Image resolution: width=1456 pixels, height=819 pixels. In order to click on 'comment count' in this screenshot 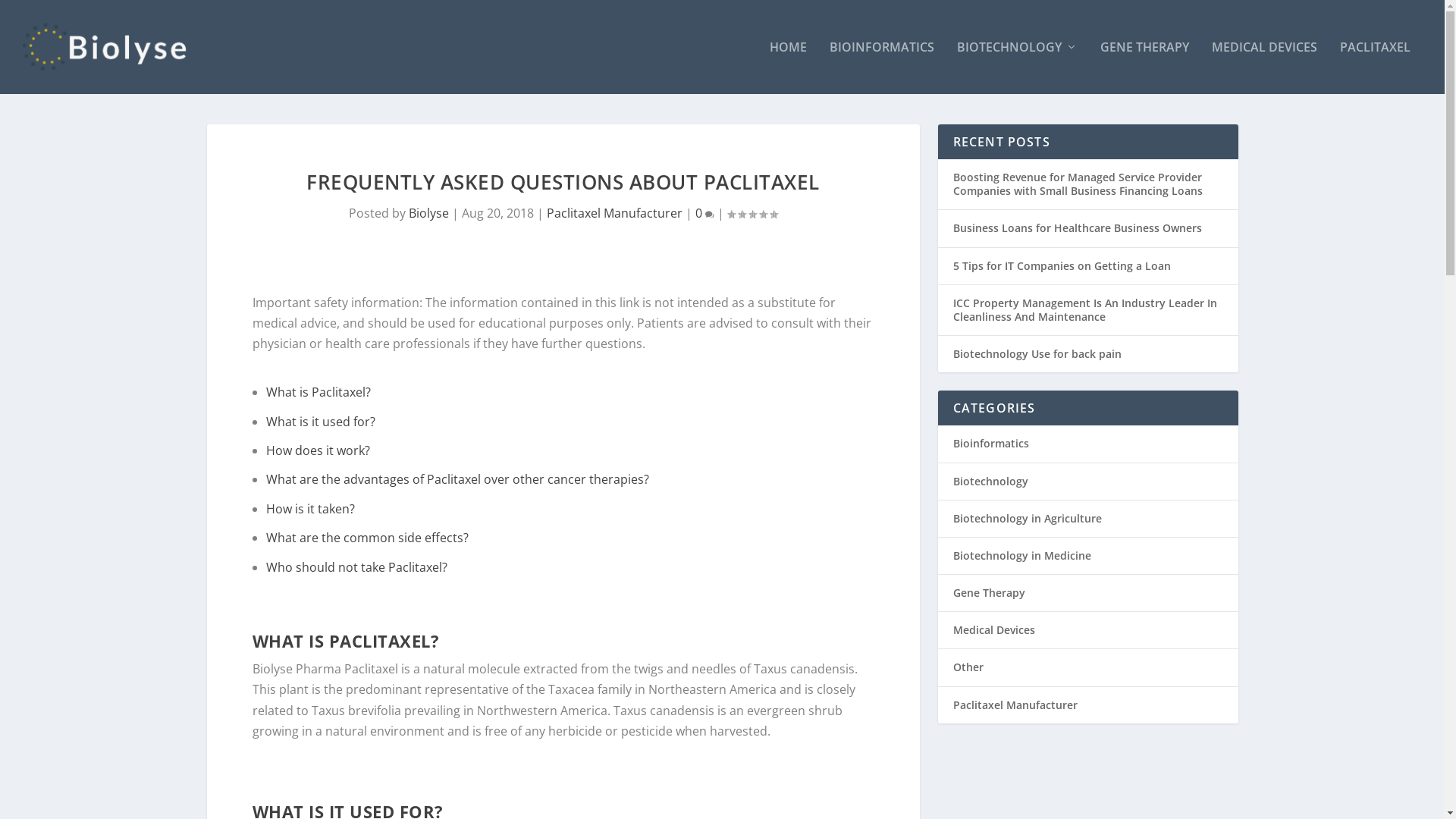, I will do `click(704, 214)`.